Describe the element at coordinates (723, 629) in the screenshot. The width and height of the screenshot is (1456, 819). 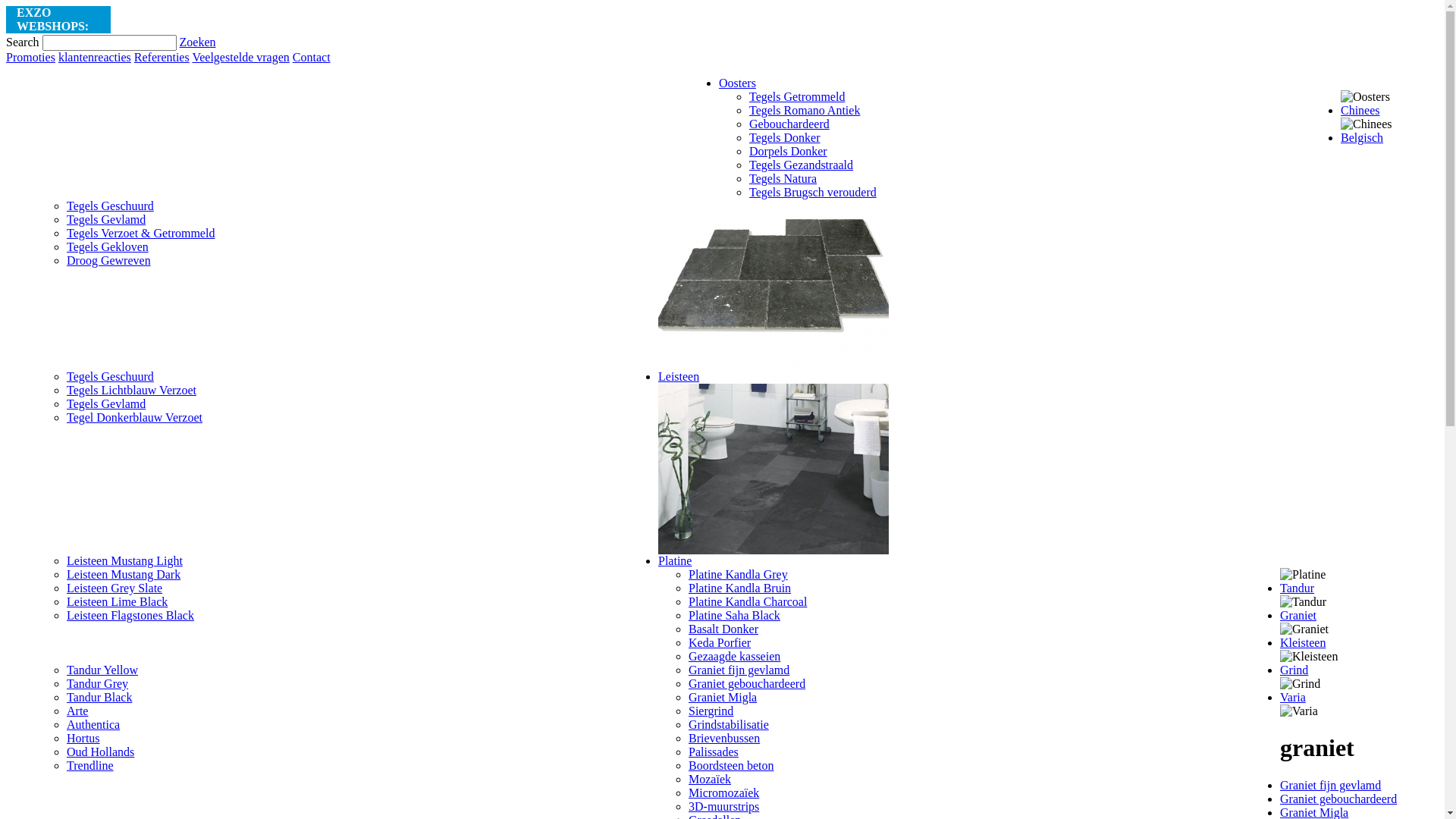
I see `'Basalt Donker'` at that location.